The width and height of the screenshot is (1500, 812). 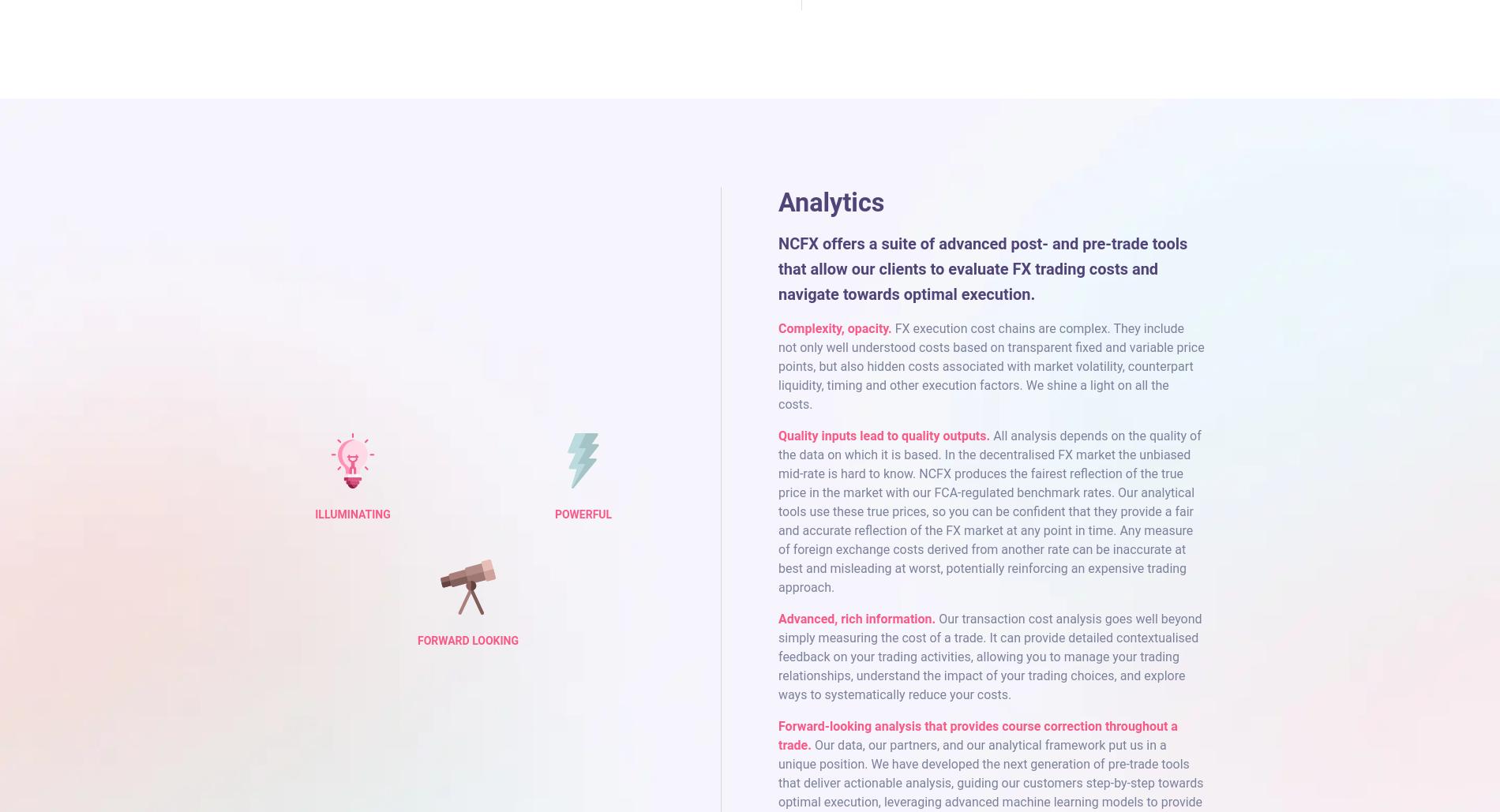 I want to click on 'FX execution cost chains are complex. They include not only well understood costs based on transparent fixed and variable price points, but also hidden costs associated with market volatility, counterpart liquidity, timing and other execution factors. We shine a light on all the costs.', so click(x=778, y=365).